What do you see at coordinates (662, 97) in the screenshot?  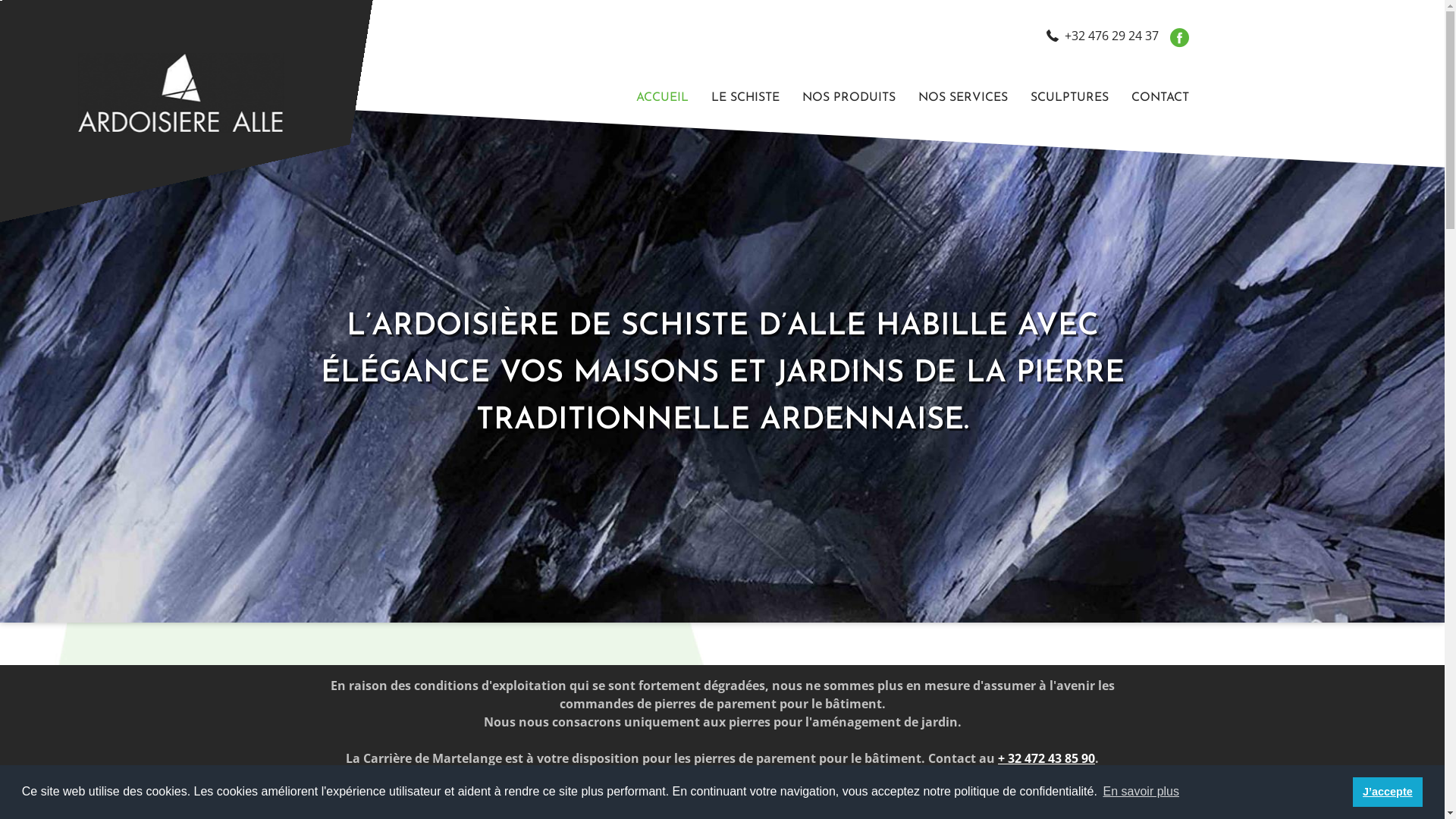 I see `'ACCUEIL'` at bounding box center [662, 97].